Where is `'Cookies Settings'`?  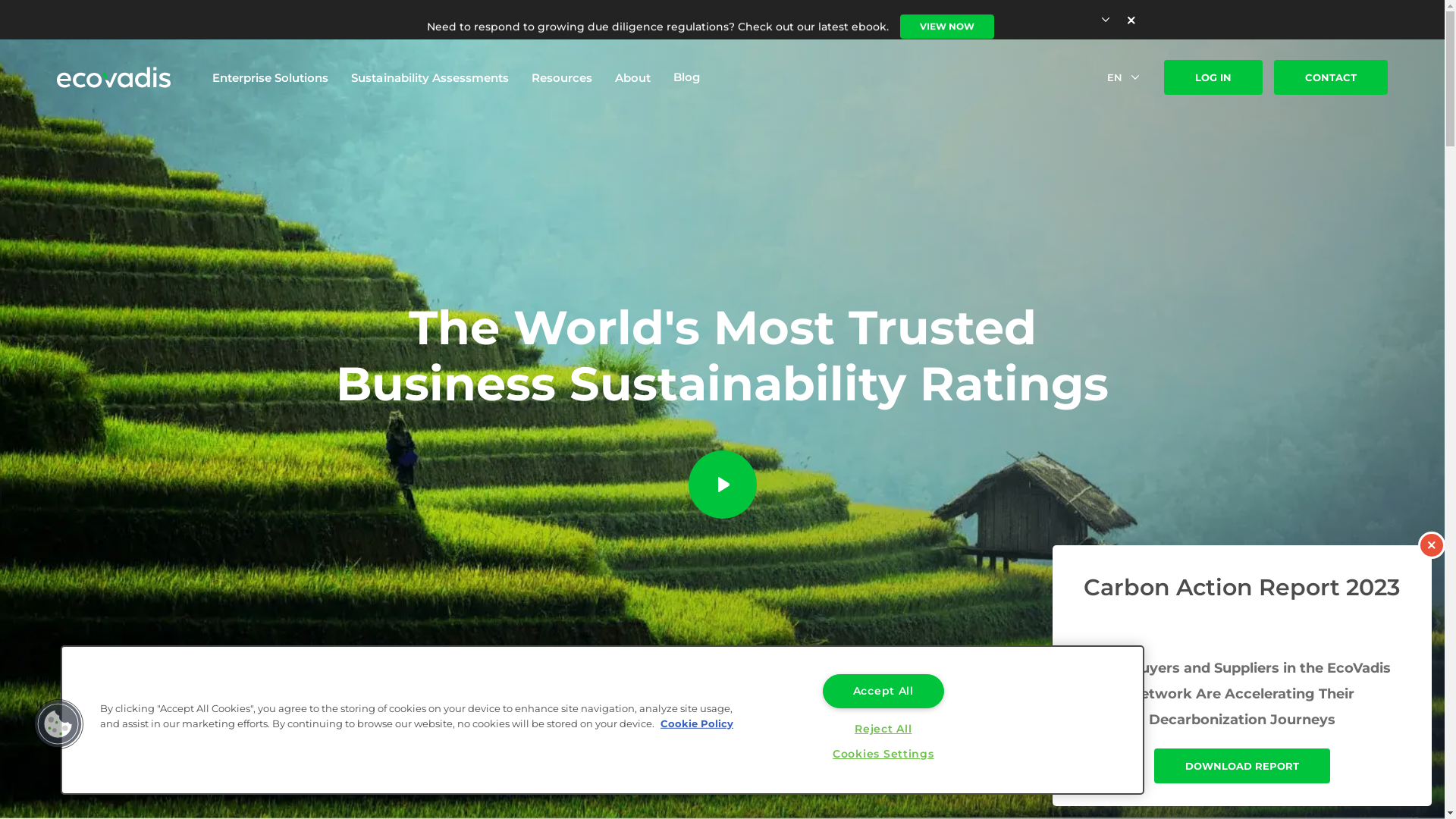 'Cookies Settings' is located at coordinates (883, 754).